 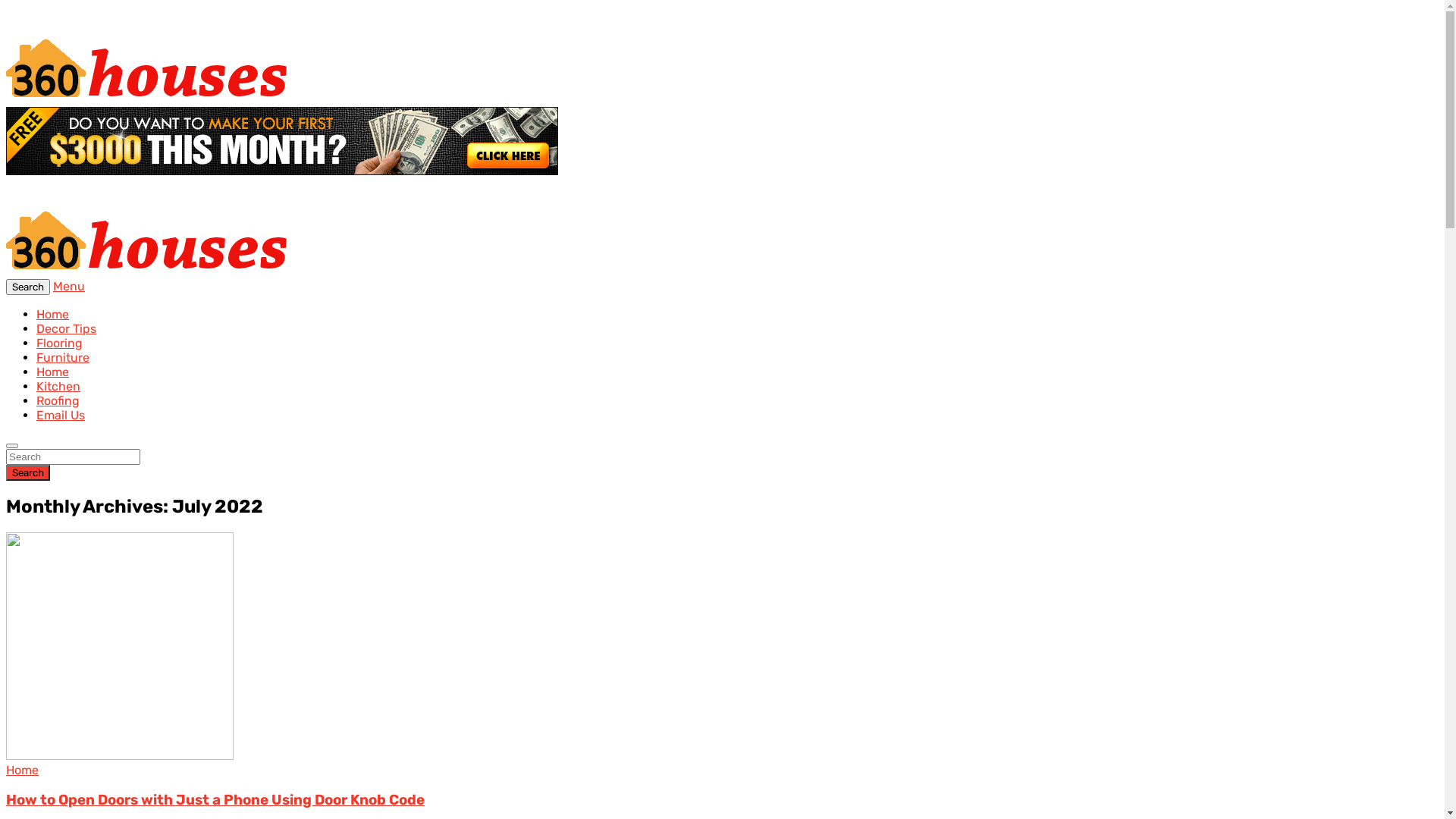 What do you see at coordinates (52, 313) in the screenshot?
I see `'Home'` at bounding box center [52, 313].